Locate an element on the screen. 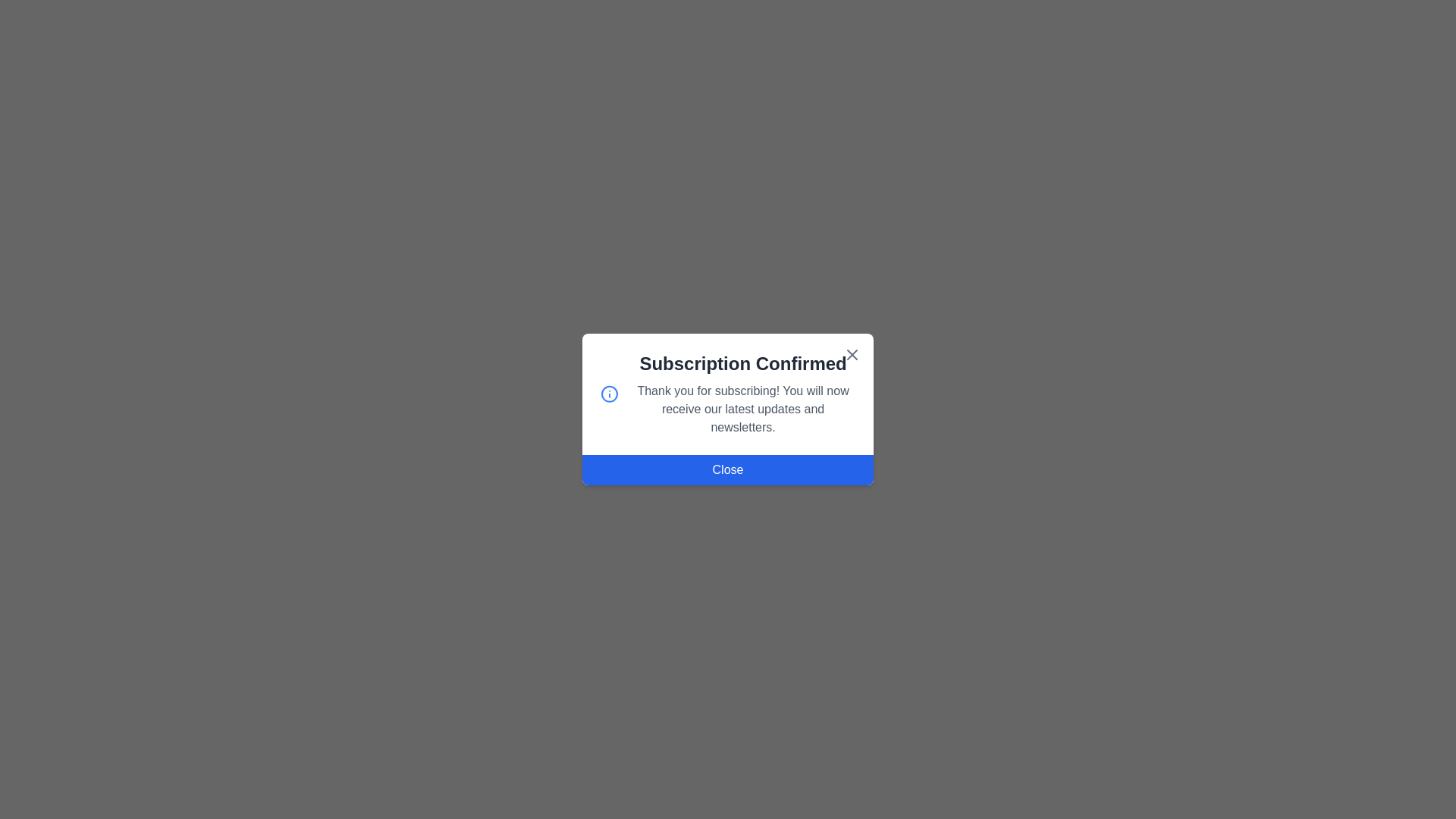 The width and height of the screenshot is (1456, 819). the 'Subscription Confirmed' heading text is located at coordinates (742, 363).